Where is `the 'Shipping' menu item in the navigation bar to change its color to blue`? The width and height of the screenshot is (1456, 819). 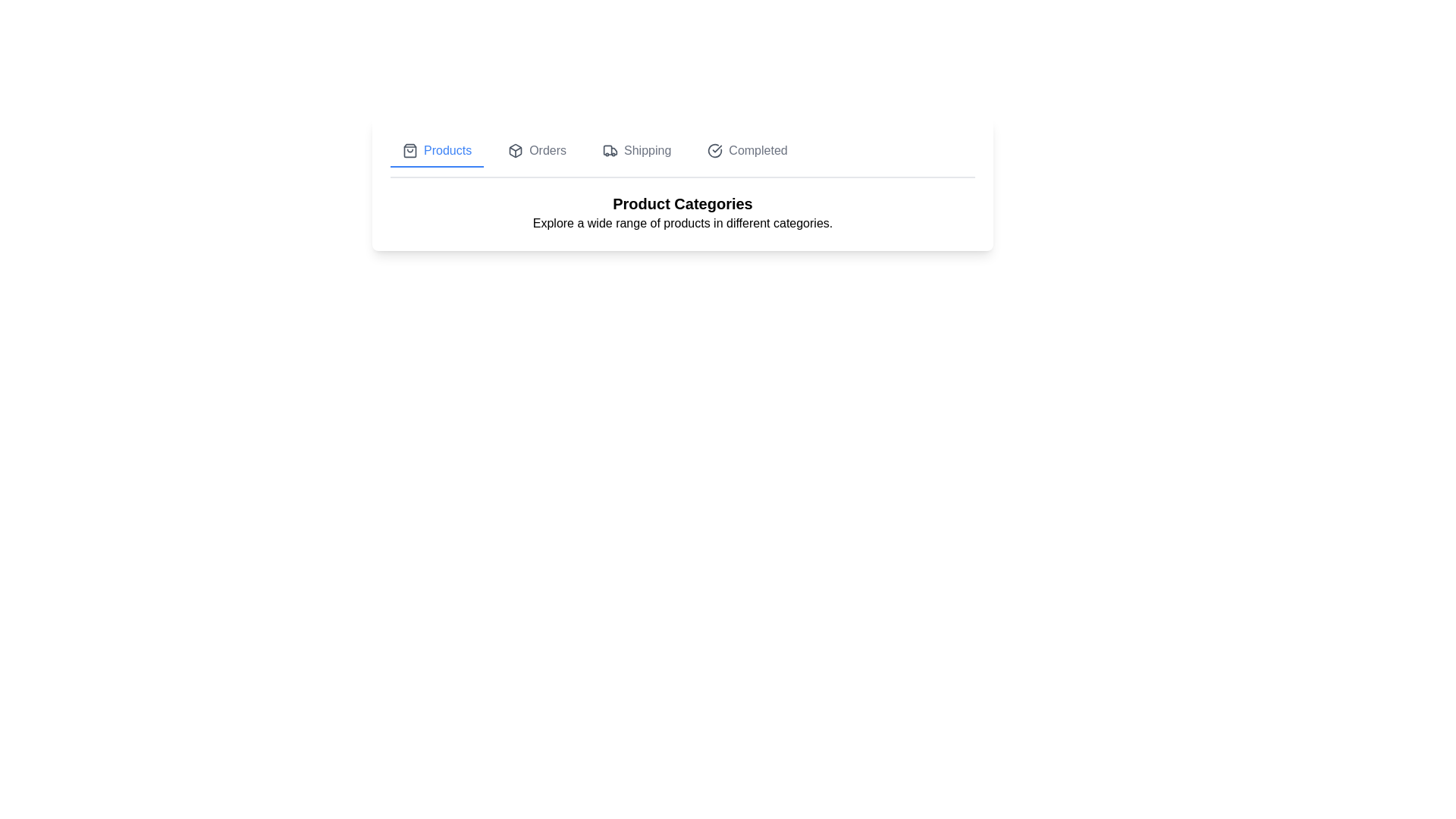 the 'Shipping' menu item in the navigation bar to change its color to blue is located at coordinates (637, 152).